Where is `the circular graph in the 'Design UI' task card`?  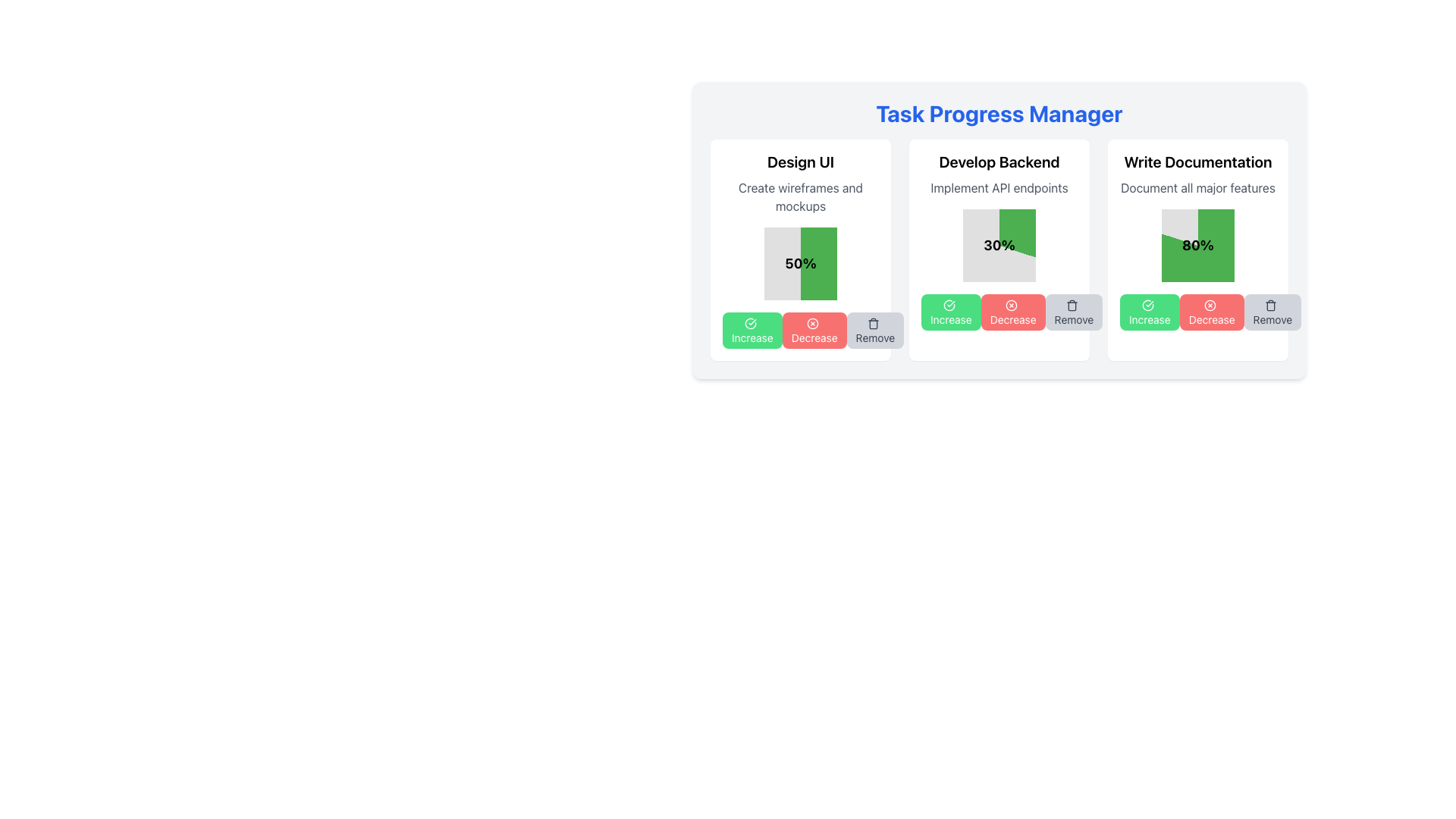 the circular graph in the 'Design UI' task card is located at coordinates (800, 249).